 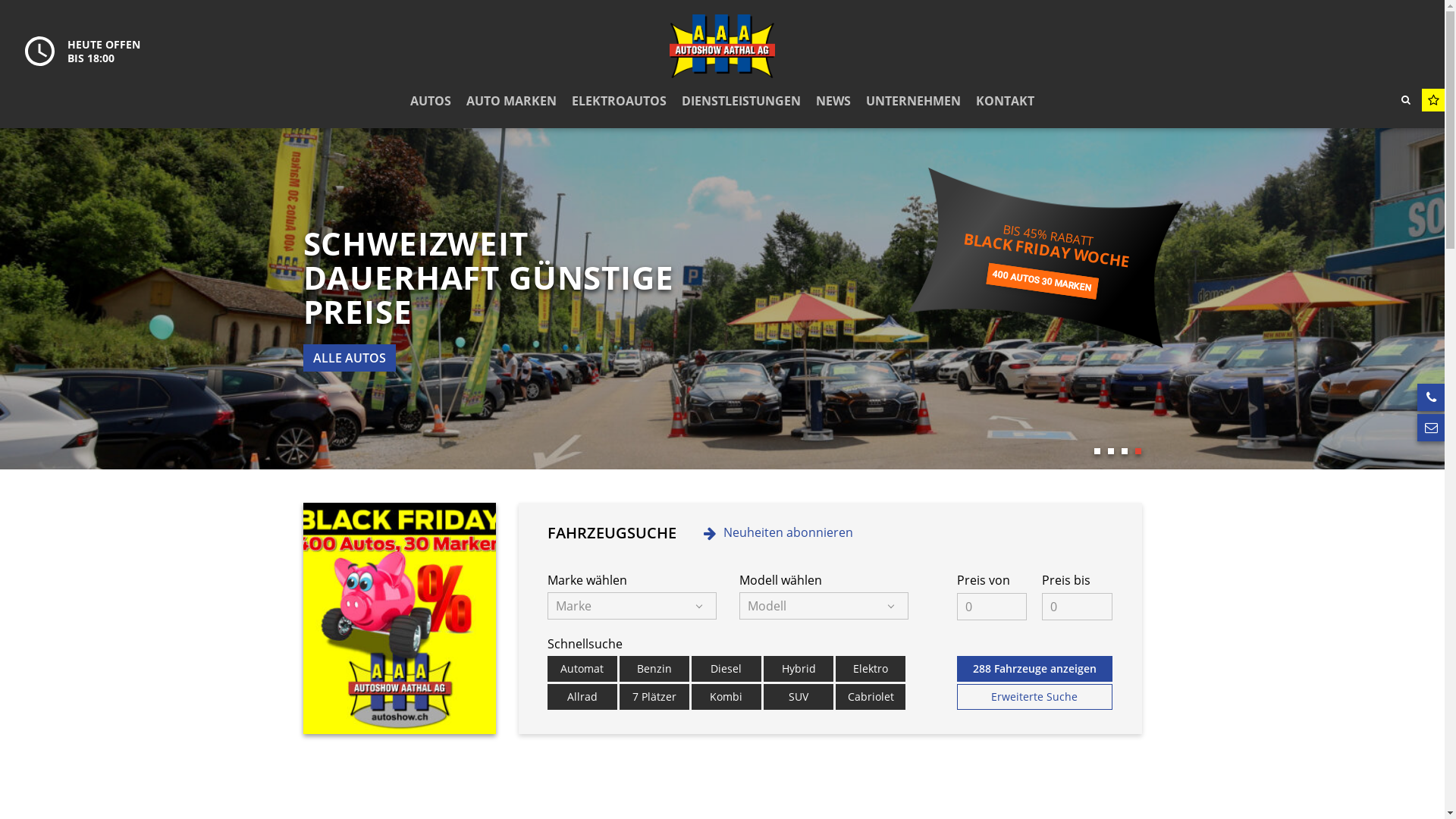 I want to click on 'phone', so click(x=1429, y=397).